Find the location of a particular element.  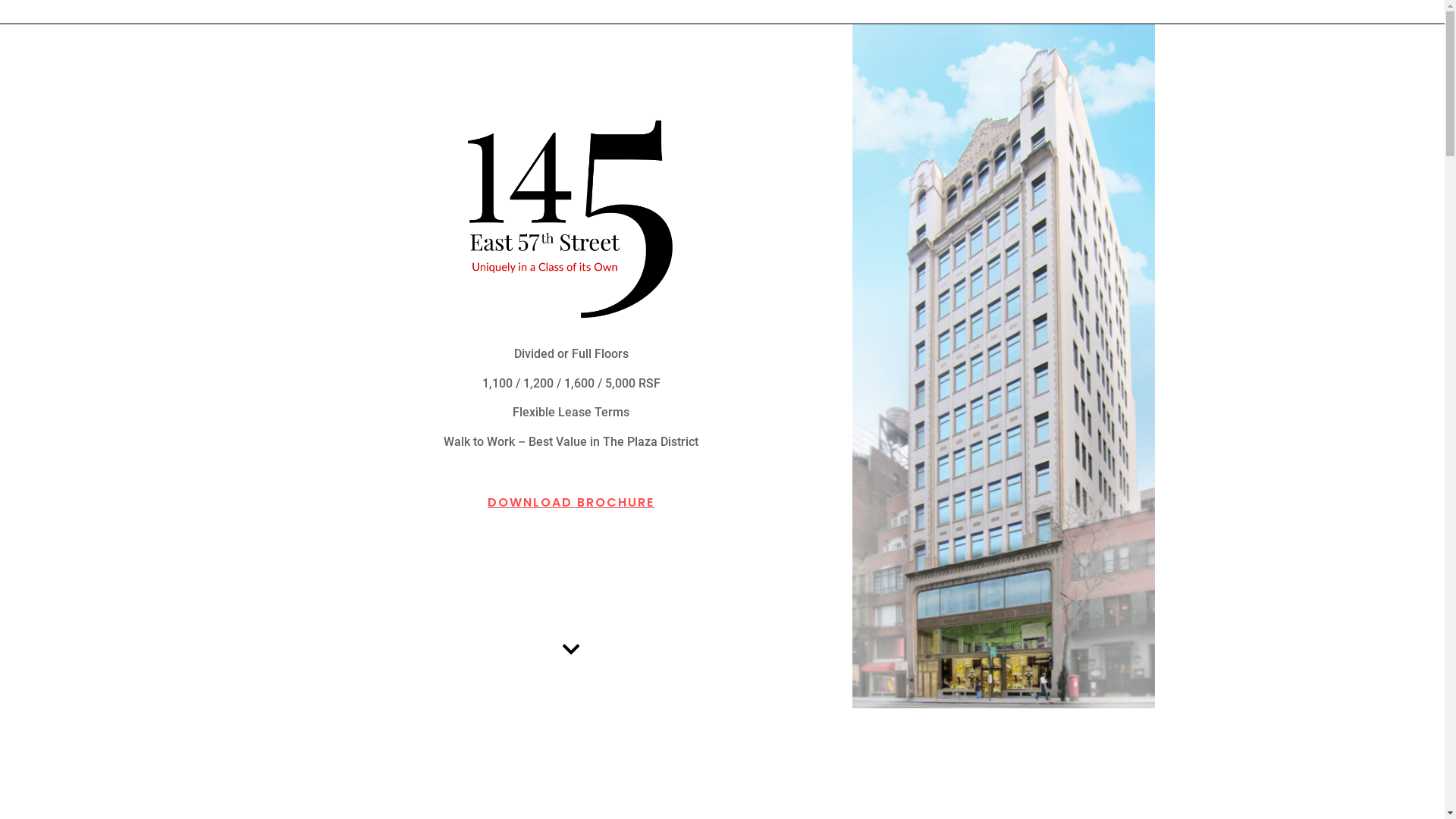

'DOWNLOAD BROCHURE' is located at coordinates (570, 494).